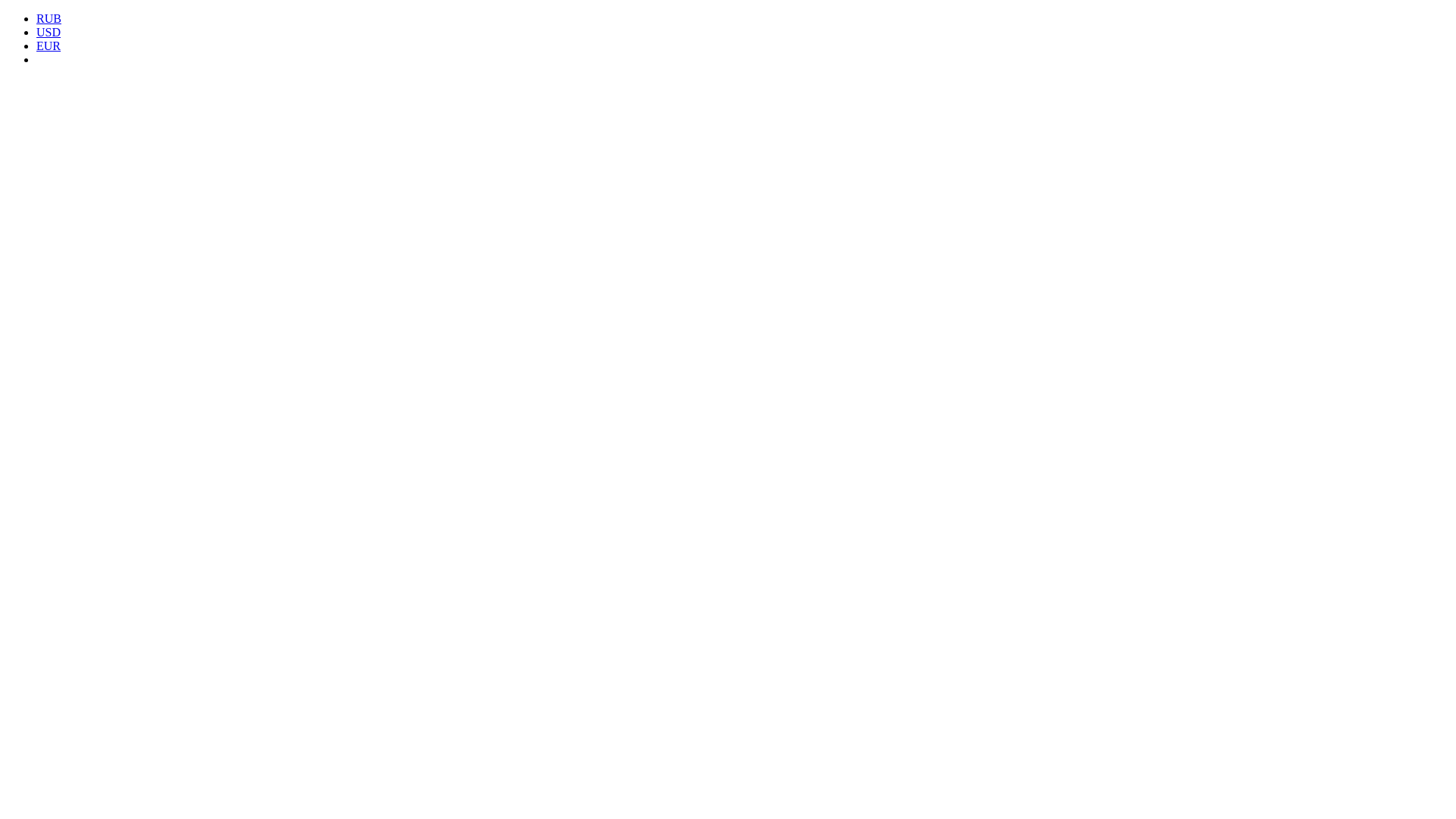  What do you see at coordinates (48, 32) in the screenshot?
I see `'USD'` at bounding box center [48, 32].